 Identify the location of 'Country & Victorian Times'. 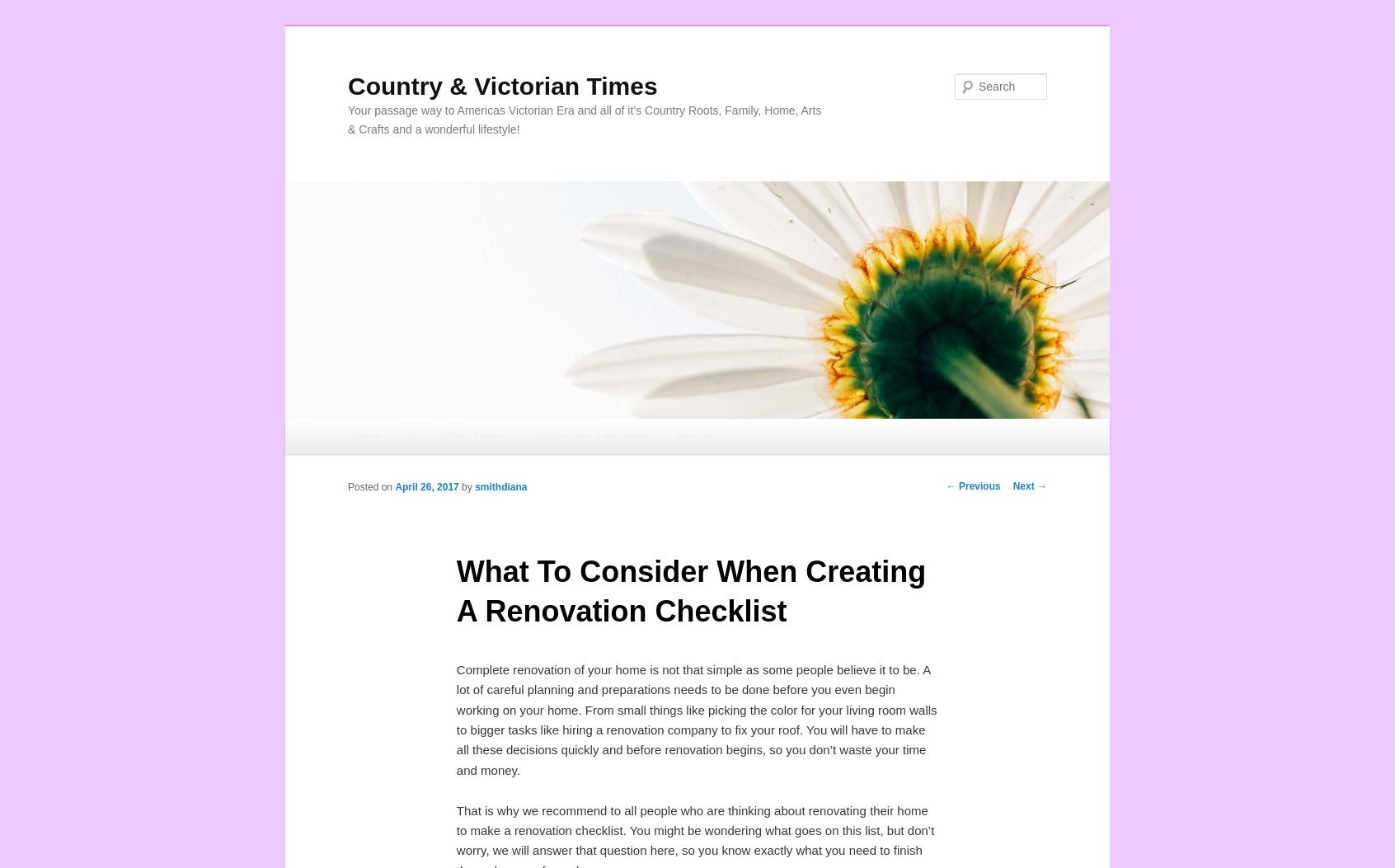
(501, 85).